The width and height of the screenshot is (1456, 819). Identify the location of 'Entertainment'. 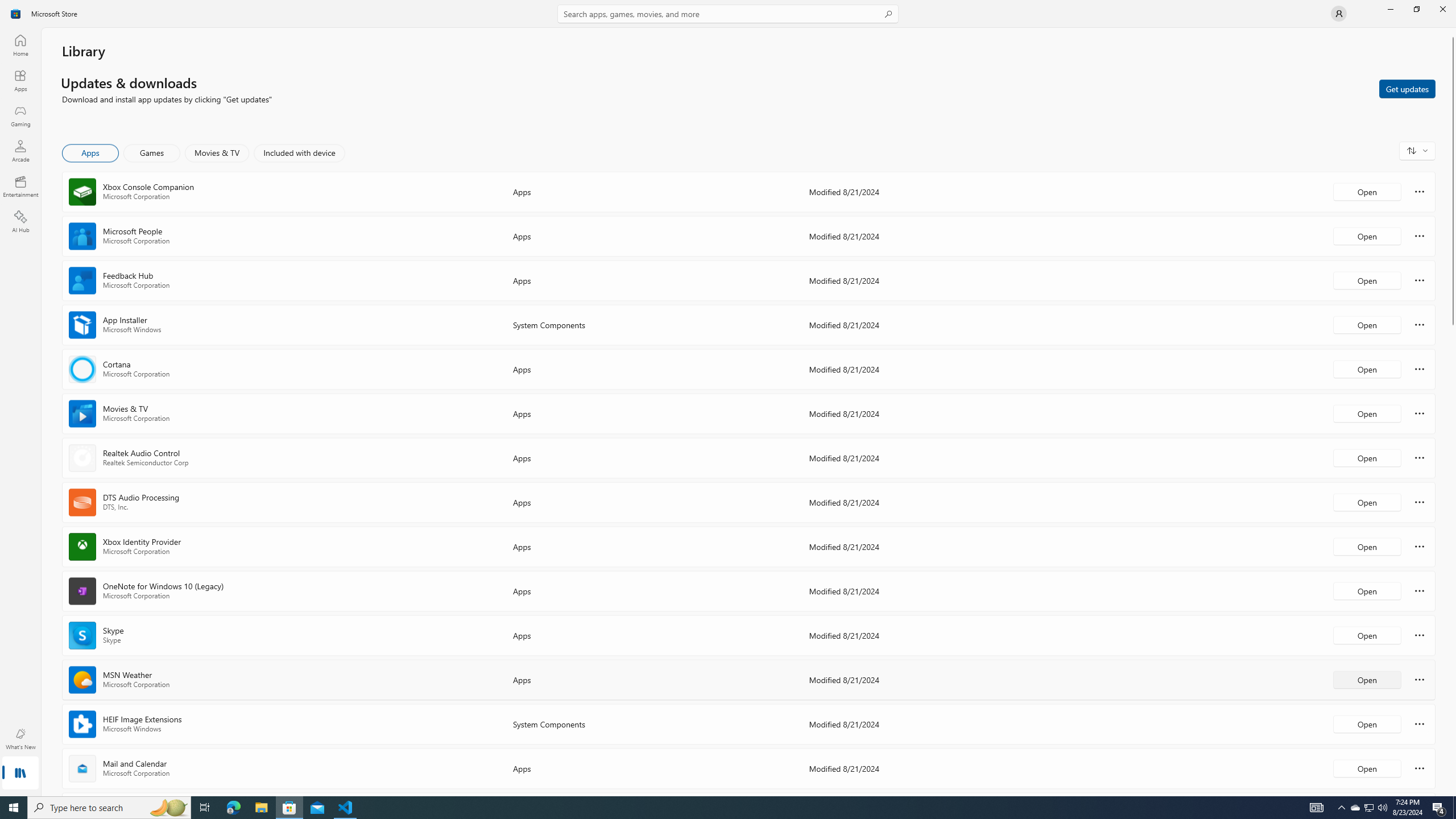
(19, 185).